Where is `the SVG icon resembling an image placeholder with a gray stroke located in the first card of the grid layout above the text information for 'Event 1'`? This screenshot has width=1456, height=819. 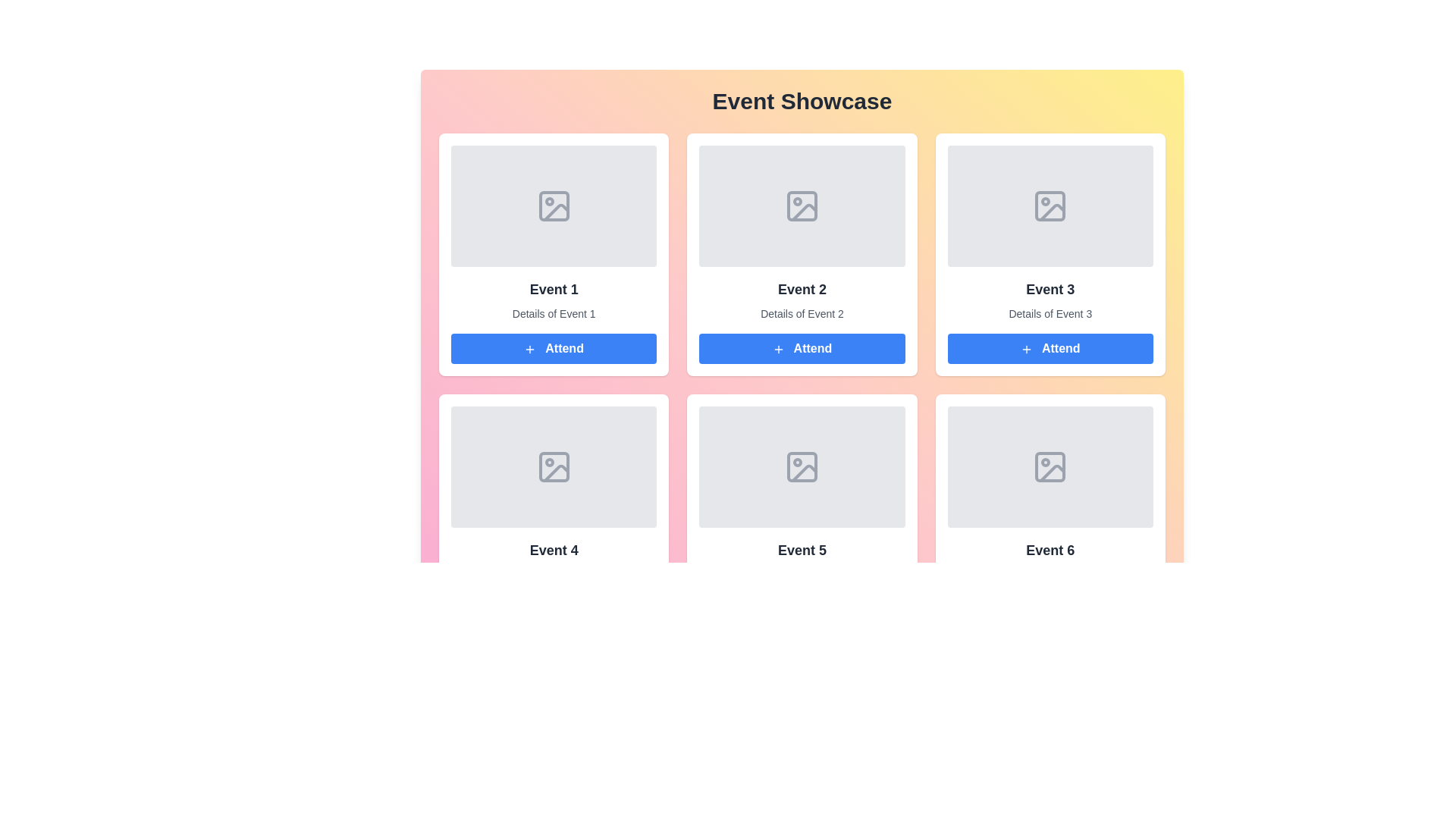
the SVG icon resembling an image placeholder with a gray stroke located in the first card of the grid layout above the text information for 'Event 1' is located at coordinates (553, 206).